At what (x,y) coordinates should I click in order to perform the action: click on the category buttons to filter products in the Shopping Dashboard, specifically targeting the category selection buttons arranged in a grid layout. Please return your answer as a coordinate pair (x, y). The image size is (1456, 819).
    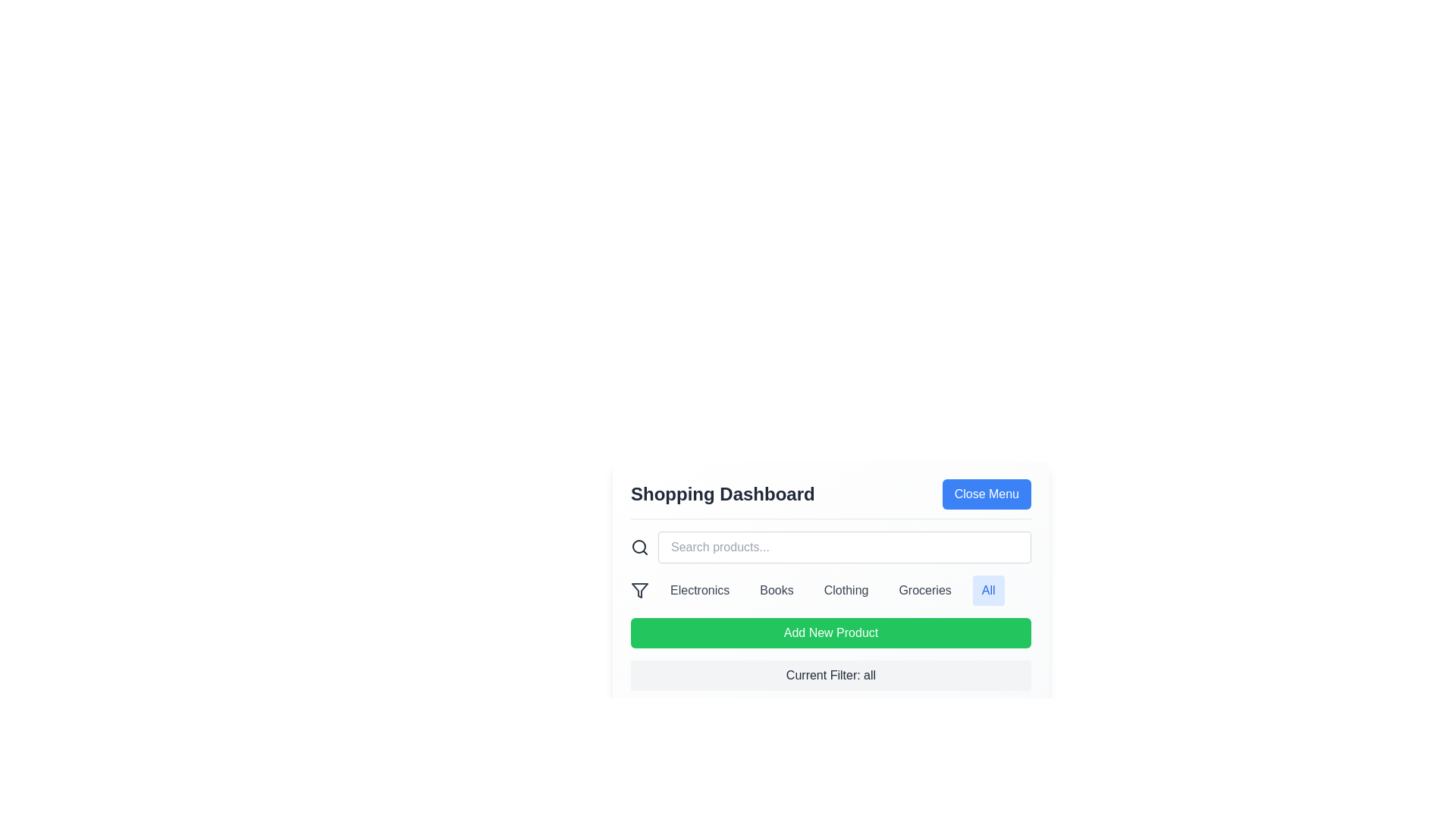
    Looking at the image, I should click on (830, 589).